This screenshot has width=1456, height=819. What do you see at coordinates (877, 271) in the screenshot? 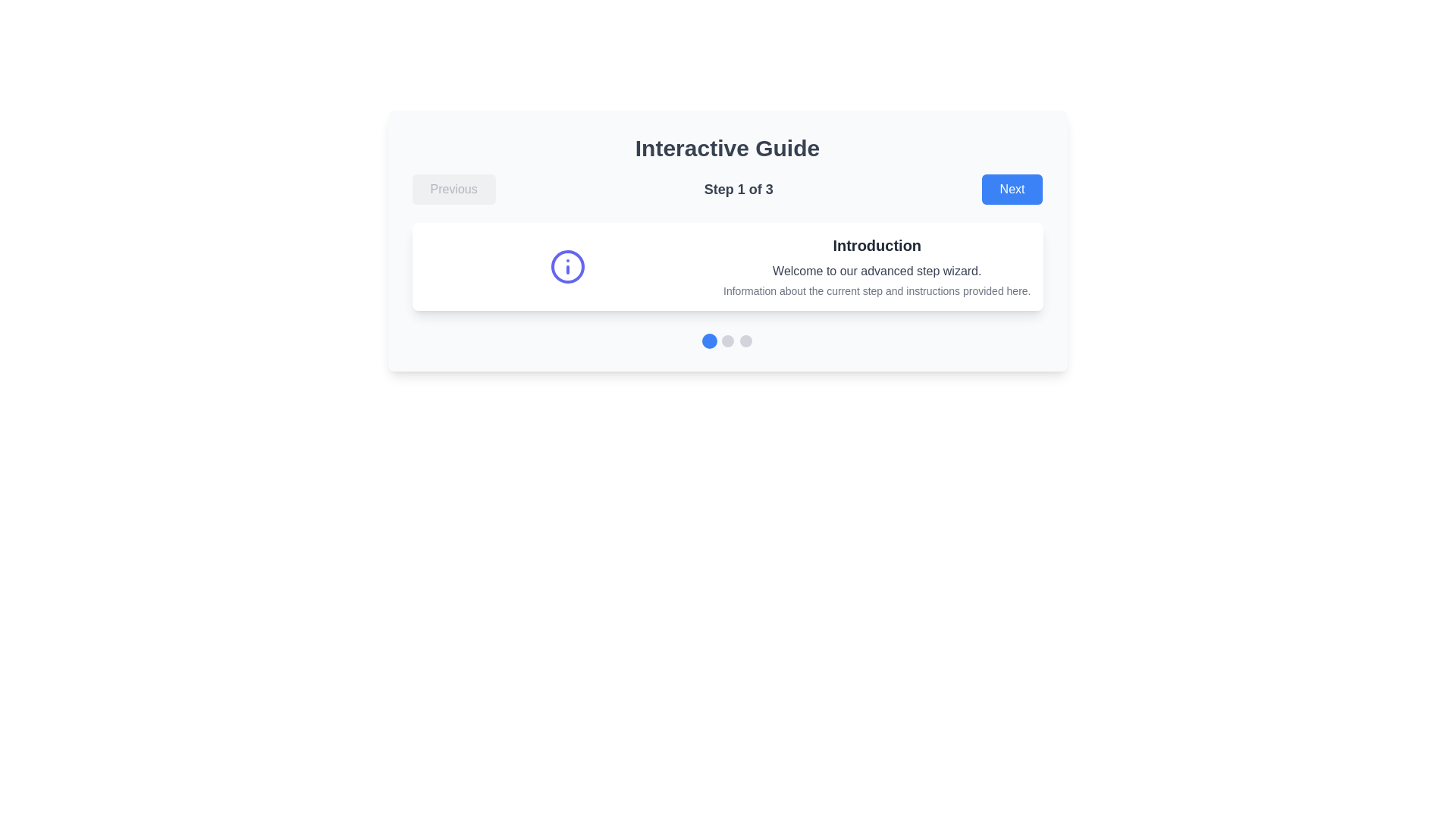
I see `the inviting message text located below the header 'Introduction' in the step wizard interface` at bounding box center [877, 271].